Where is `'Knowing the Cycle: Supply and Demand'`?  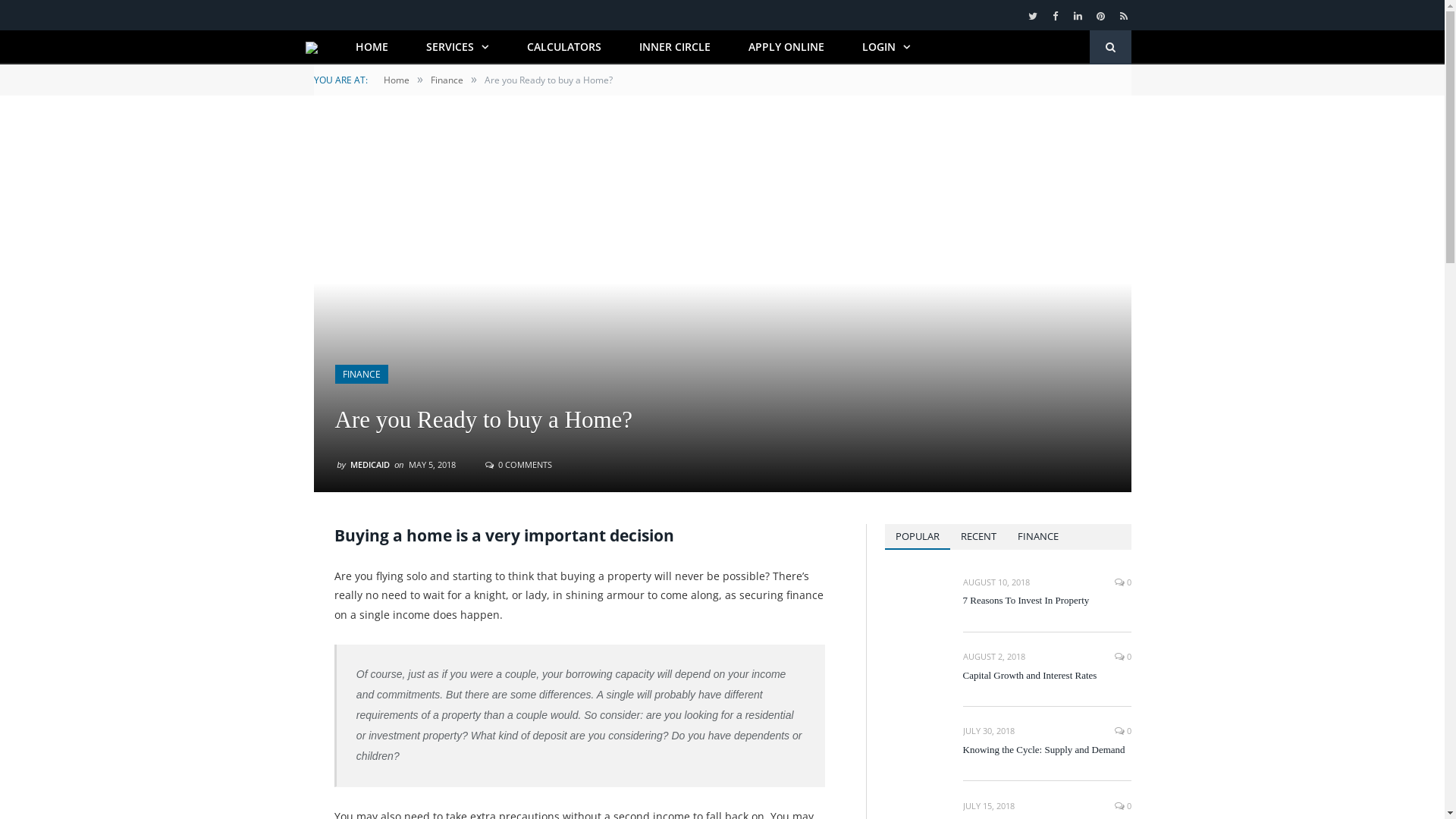
'Knowing the Cycle: Supply and Demand' is located at coordinates (1046, 749).